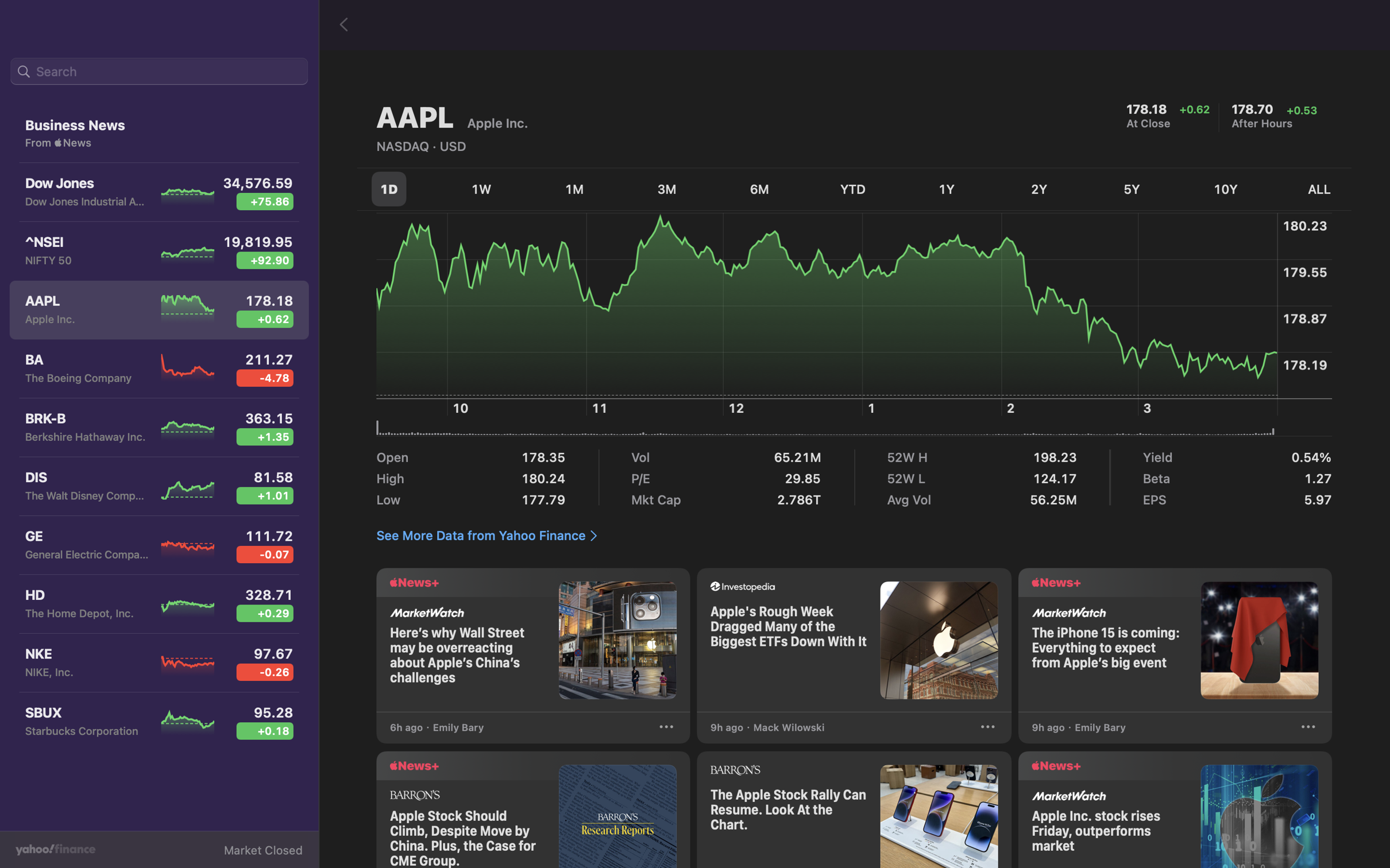 The image size is (1390, 868). I want to click on click on "3 dots" for extended actions, so click(1307, 728).